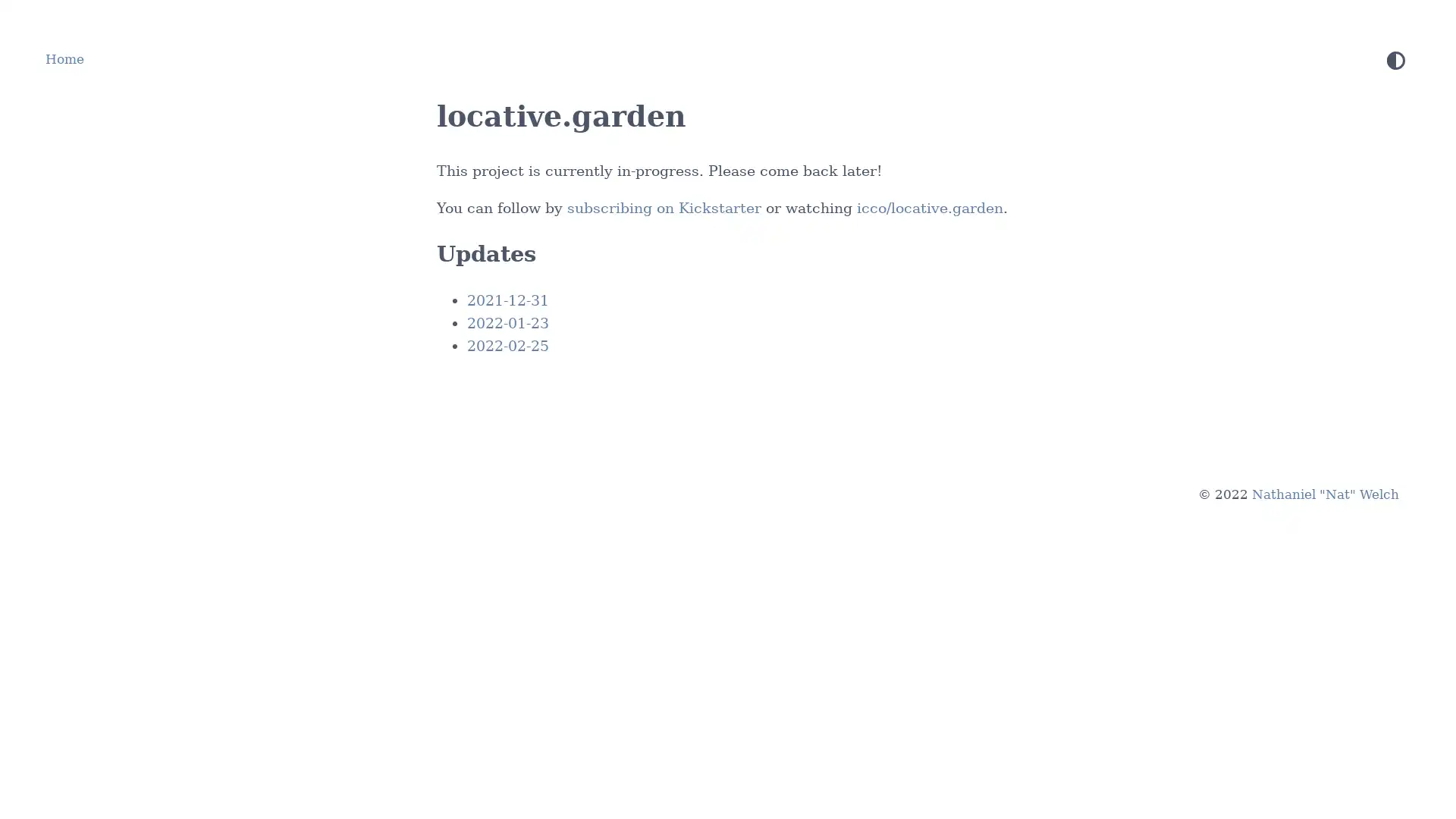  What do you see at coordinates (1395, 59) in the screenshot?
I see `Cycle Color Mode` at bounding box center [1395, 59].